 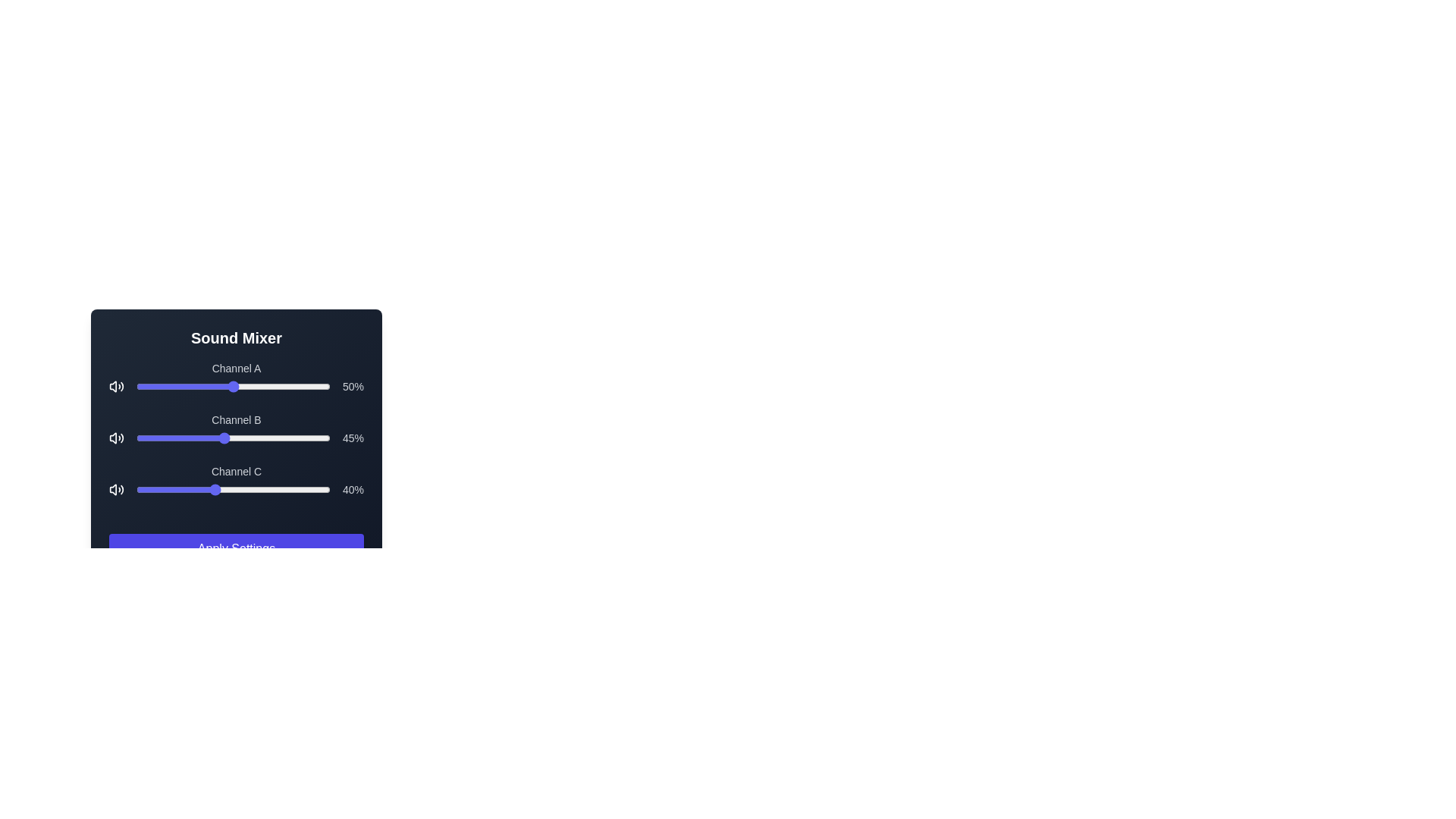 What do you see at coordinates (236, 549) in the screenshot?
I see `the button that applies the current settings in the Sound Mixer interface` at bounding box center [236, 549].